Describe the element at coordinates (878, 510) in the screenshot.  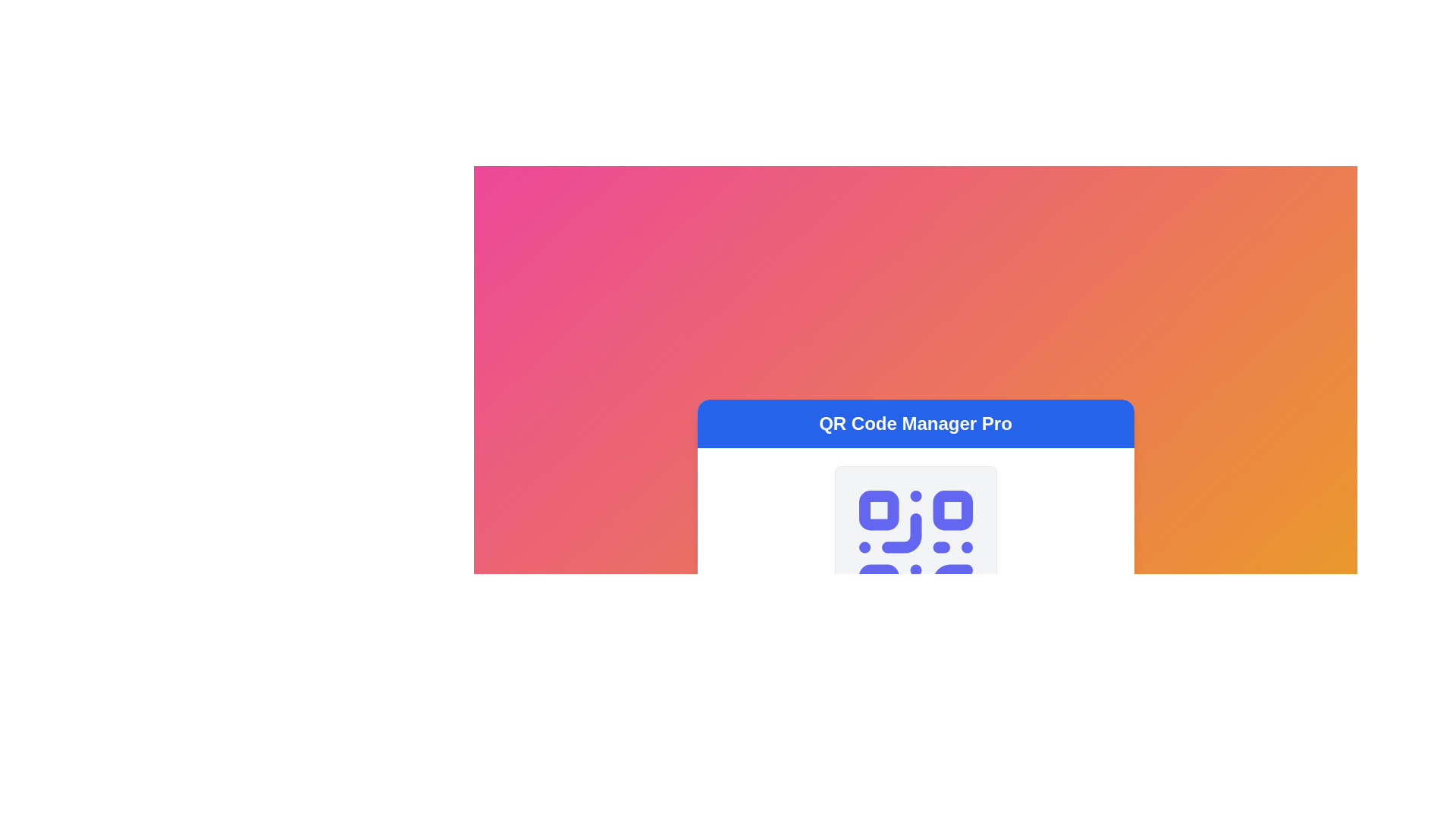
I see `the small square located at the top-left corner of the QR code-like structure with rounded corners` at that location.